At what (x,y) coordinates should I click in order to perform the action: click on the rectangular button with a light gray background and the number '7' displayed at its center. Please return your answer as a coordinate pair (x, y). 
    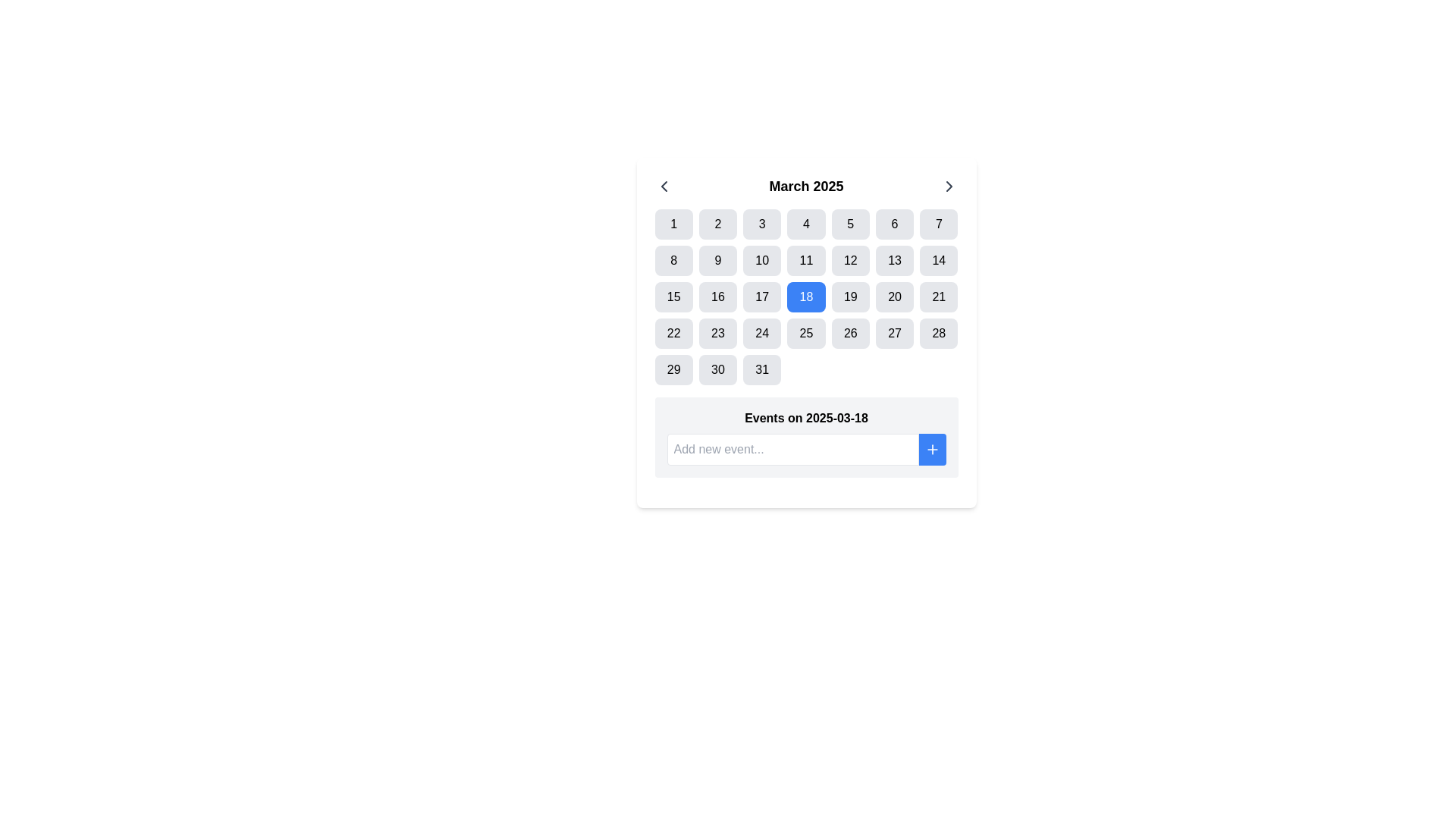
    Looking at the image, I should click on (938, 224).